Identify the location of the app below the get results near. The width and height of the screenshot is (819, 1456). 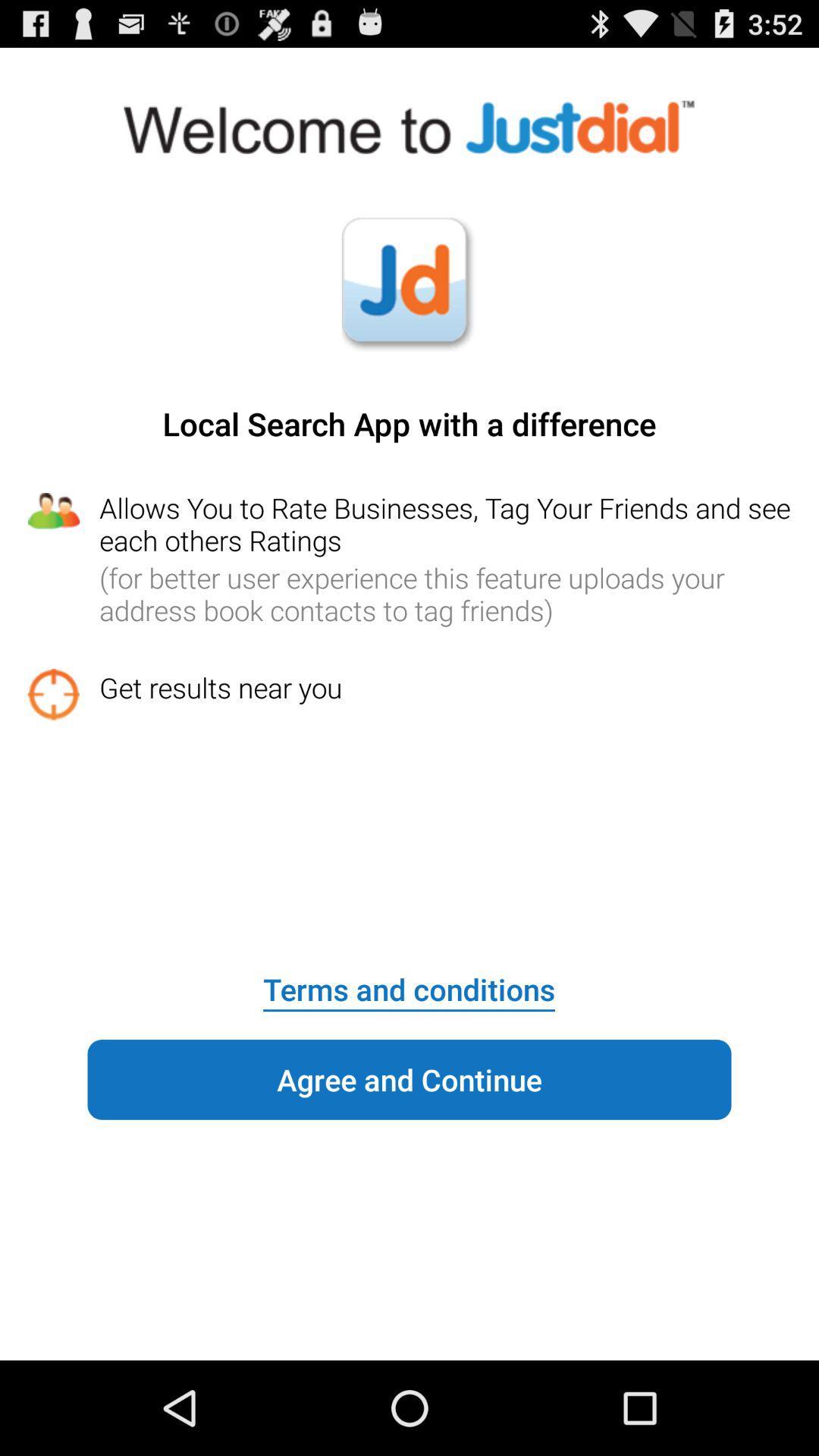
(408, 979).